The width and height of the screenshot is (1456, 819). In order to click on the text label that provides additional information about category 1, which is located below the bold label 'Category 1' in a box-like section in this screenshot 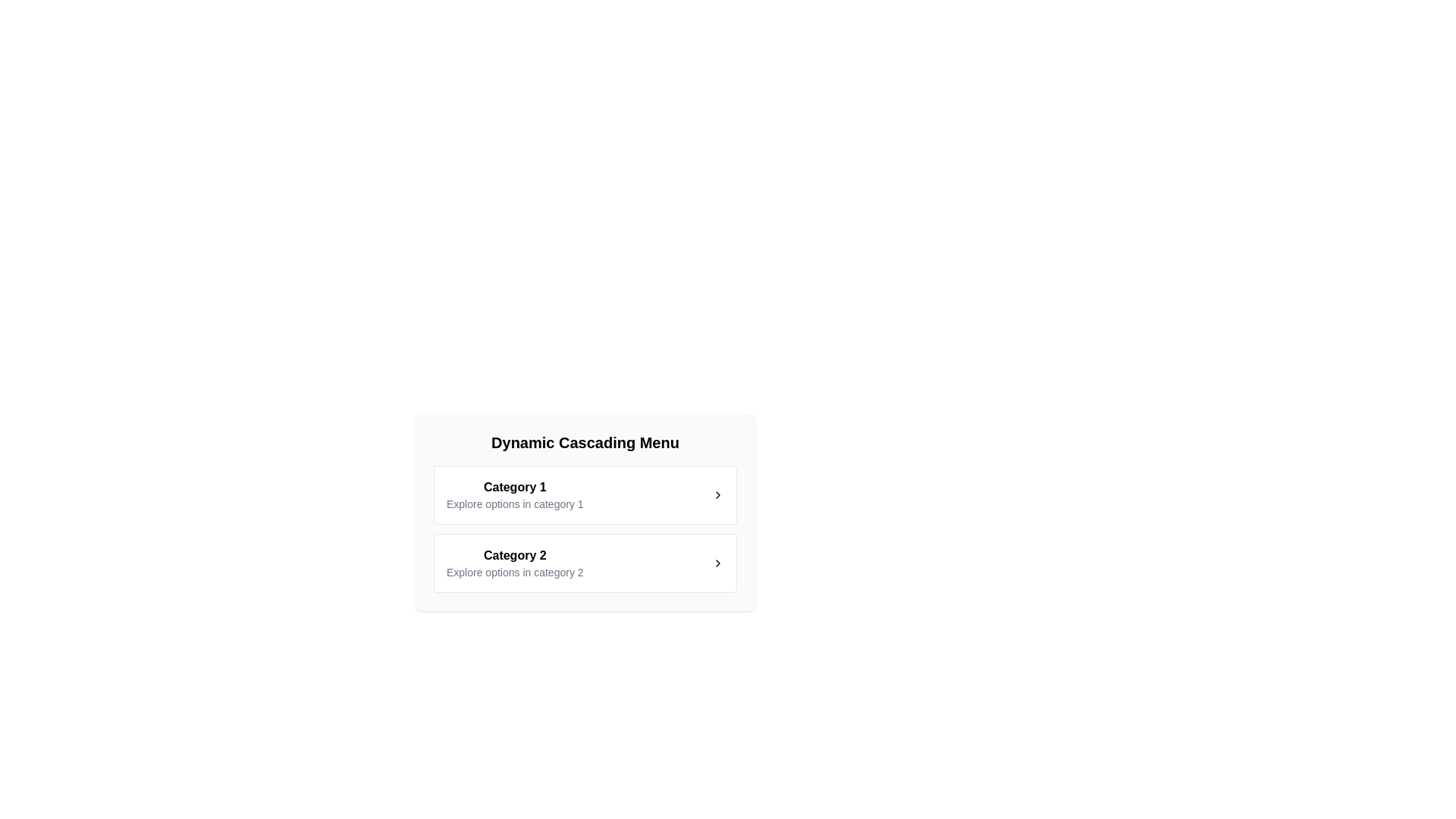, I will do `click(515, 504)`.